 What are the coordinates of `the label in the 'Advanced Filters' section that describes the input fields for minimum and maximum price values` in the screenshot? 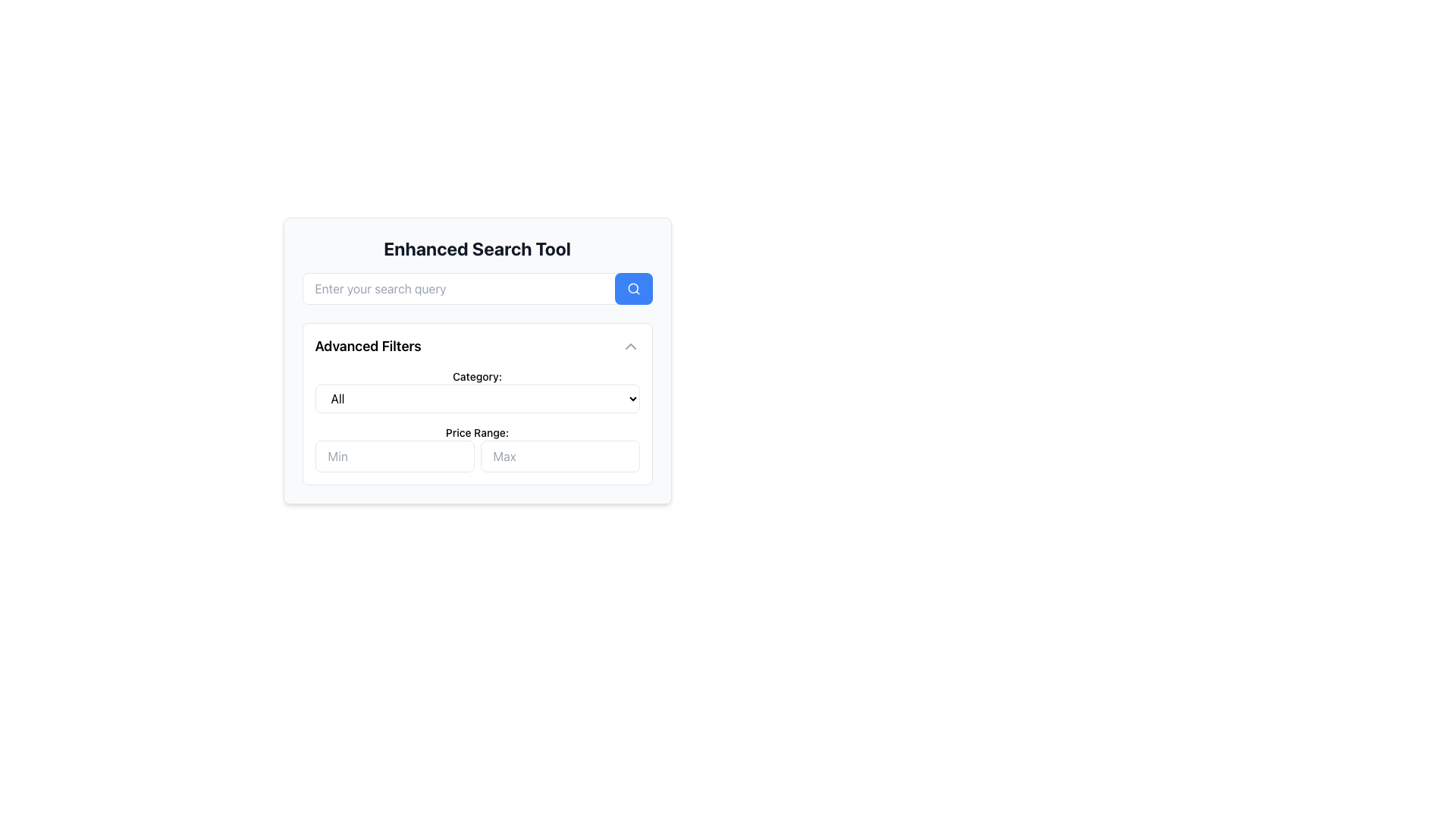 It's located at (476, 432).